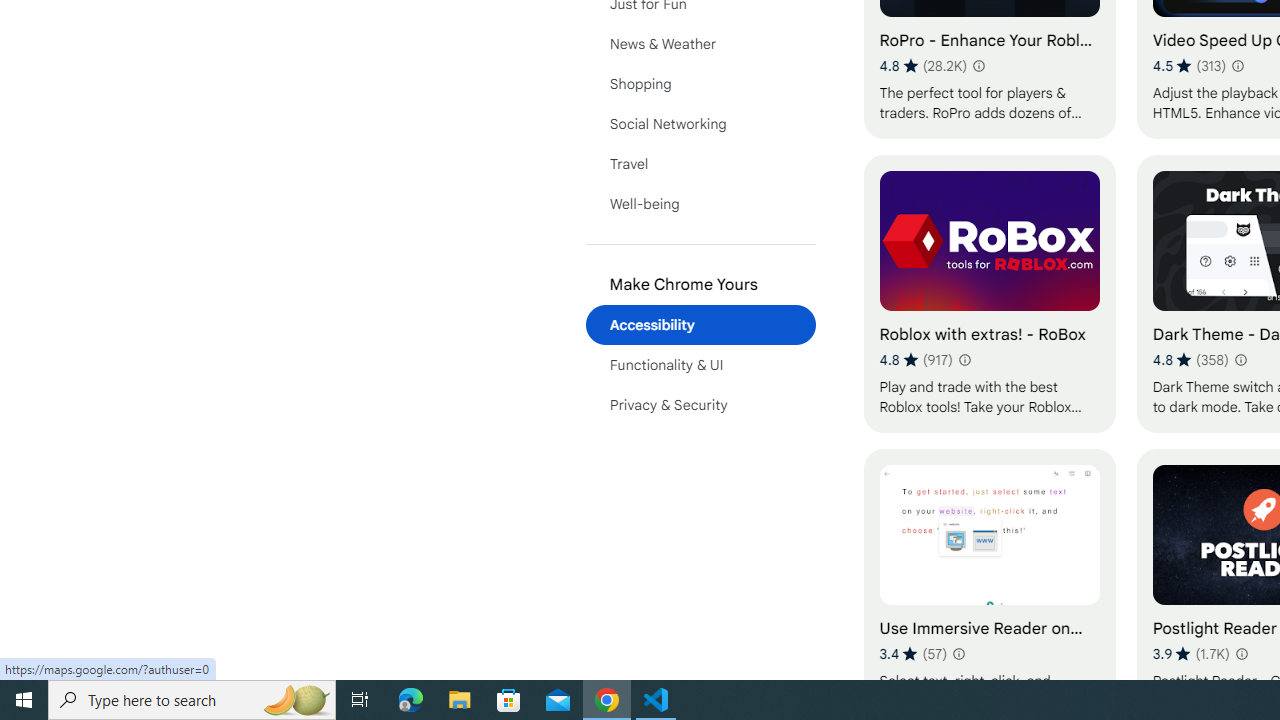 This screenshot has height=720, width=1280. What do you see at coordinates (1189, 65) in the screenshot?
I see `'Average rating 4.5 out of 5 stars. 313 ratings.'` at bounding box center [1189, 65].